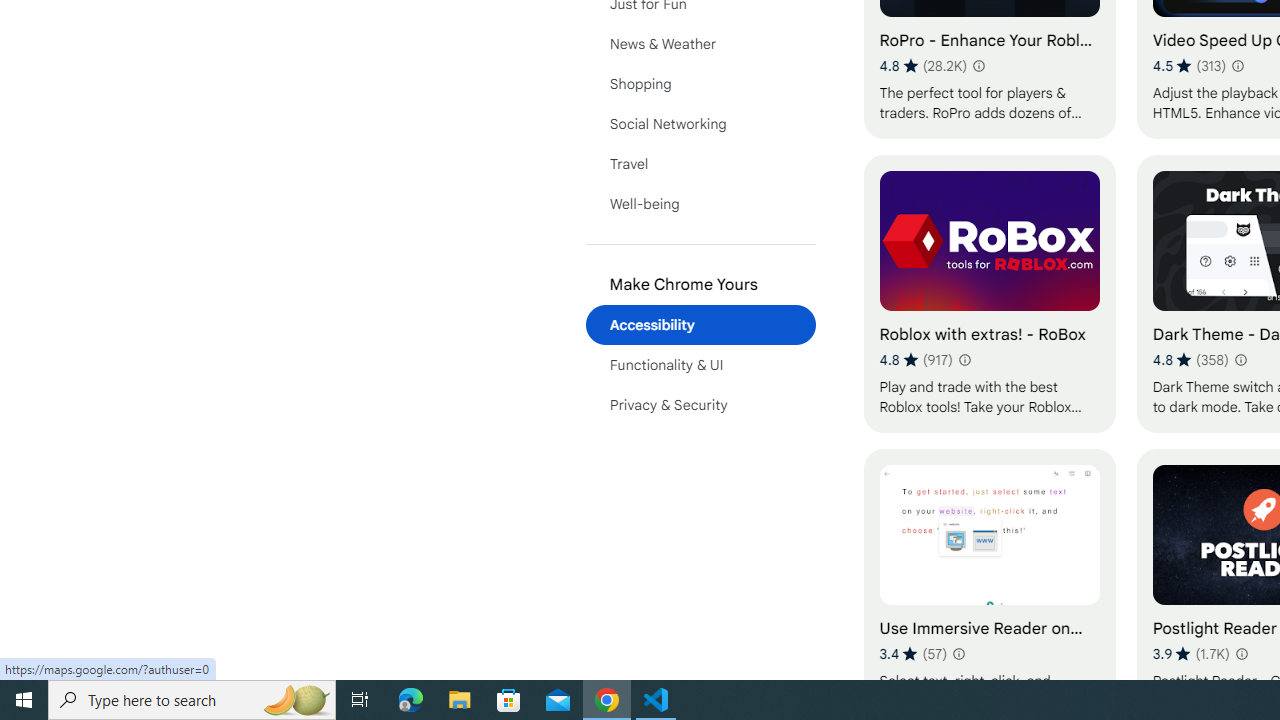 This screenshot has height=720, width=1280. What do you see at coordinates (1189, 65) in the screenshot?
I see `'Average rating 4.5 out of 5 stars. 313 ratings.'` at bounding box center [1189, 65].